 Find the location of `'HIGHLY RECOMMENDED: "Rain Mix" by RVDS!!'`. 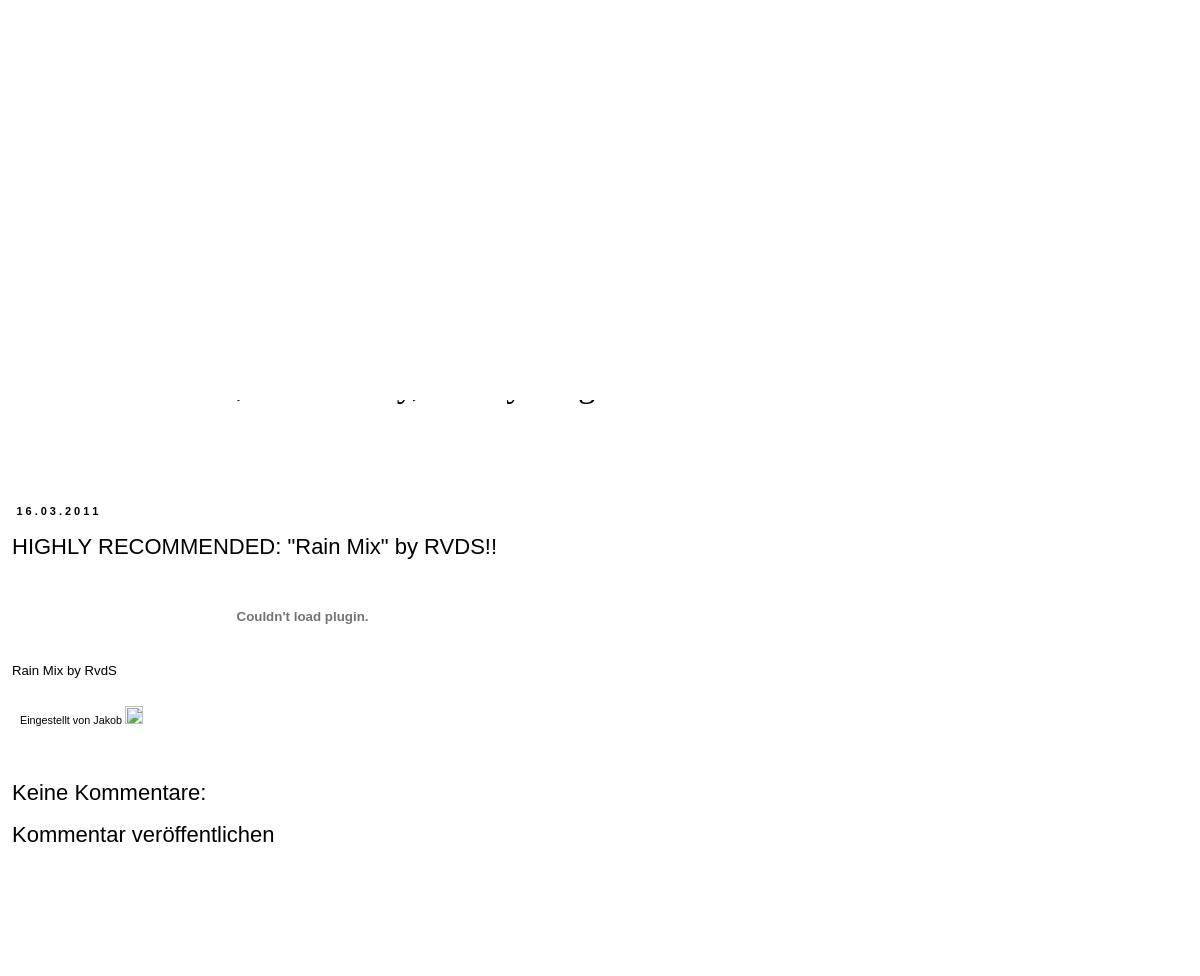

'HIGHLY RECOMMENDED: "Rain Mix" by RVDS!!' is located at coordinates (253, 545).